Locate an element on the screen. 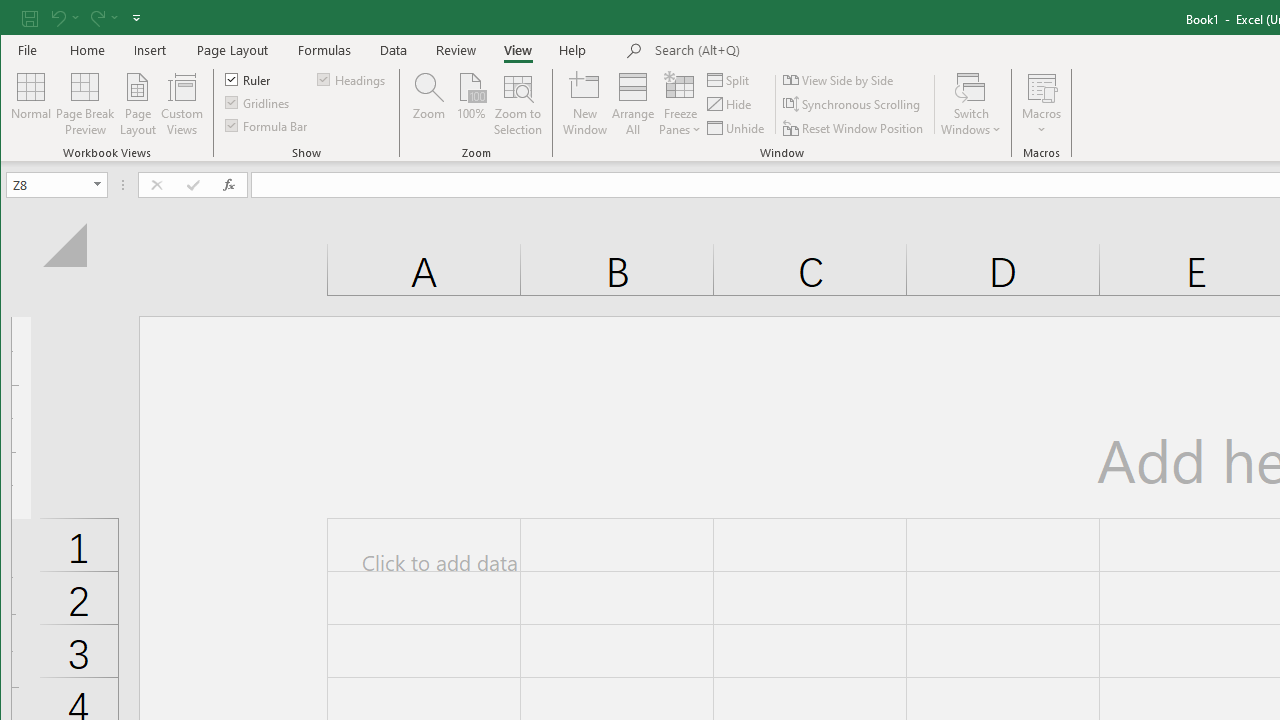 This screenshot has height=720, width=1280. 'Unhide...' is located at coordinates (736, 128).